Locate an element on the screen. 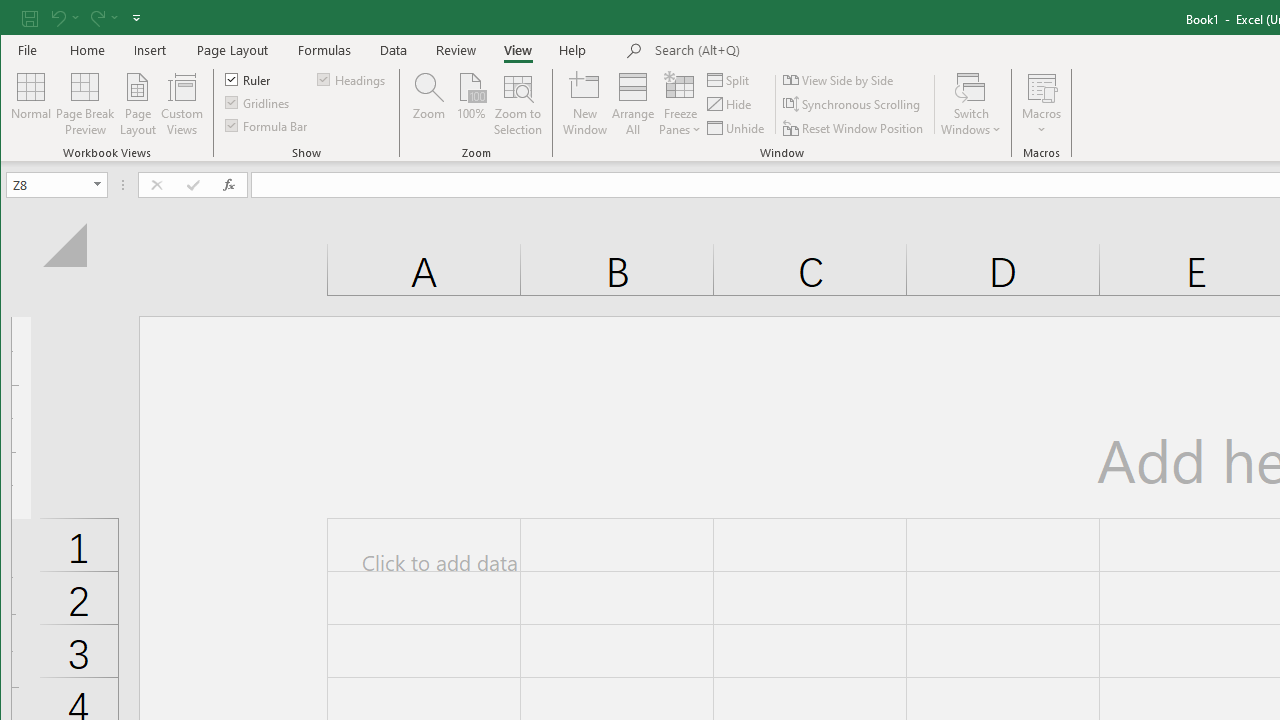 This screenshot has height=720, width=1280. 'Unhide...' is located at coordinates (736, 128).